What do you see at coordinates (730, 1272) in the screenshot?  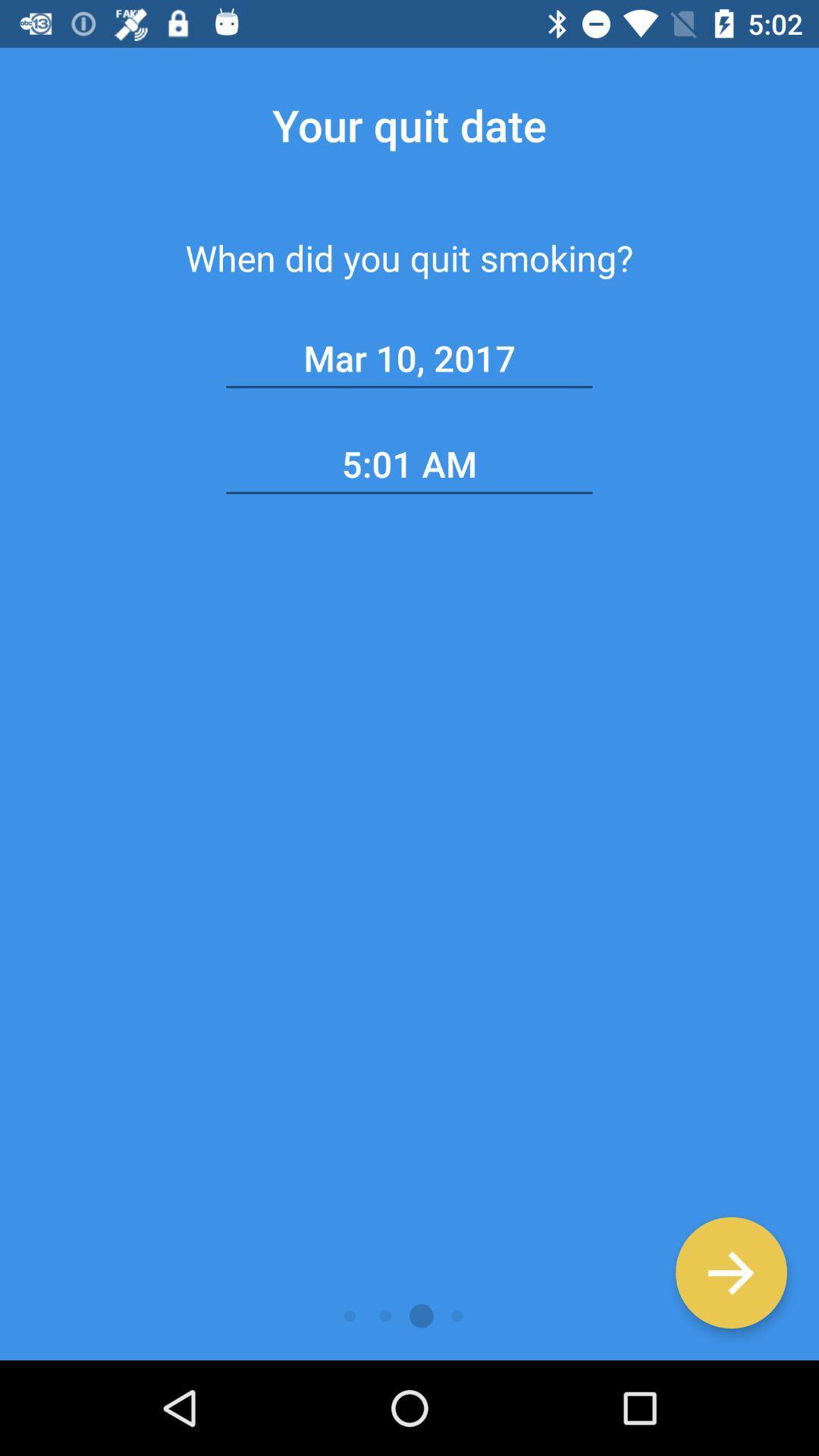 I see `the arrow_forward icon` at bounding box center [730, 1272].